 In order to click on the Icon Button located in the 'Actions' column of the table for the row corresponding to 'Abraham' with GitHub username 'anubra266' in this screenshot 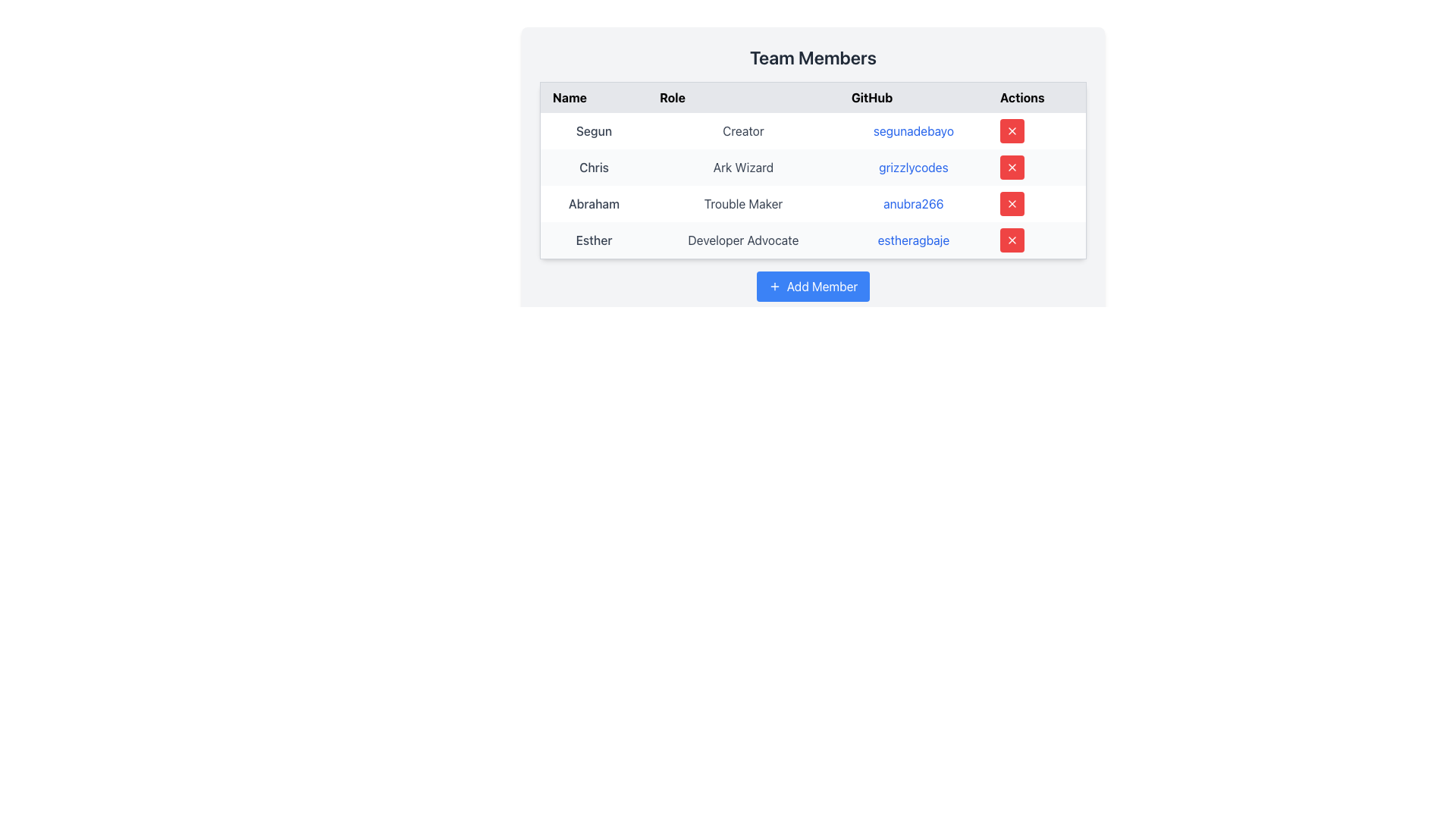, I will do `click(1012, 203)`.